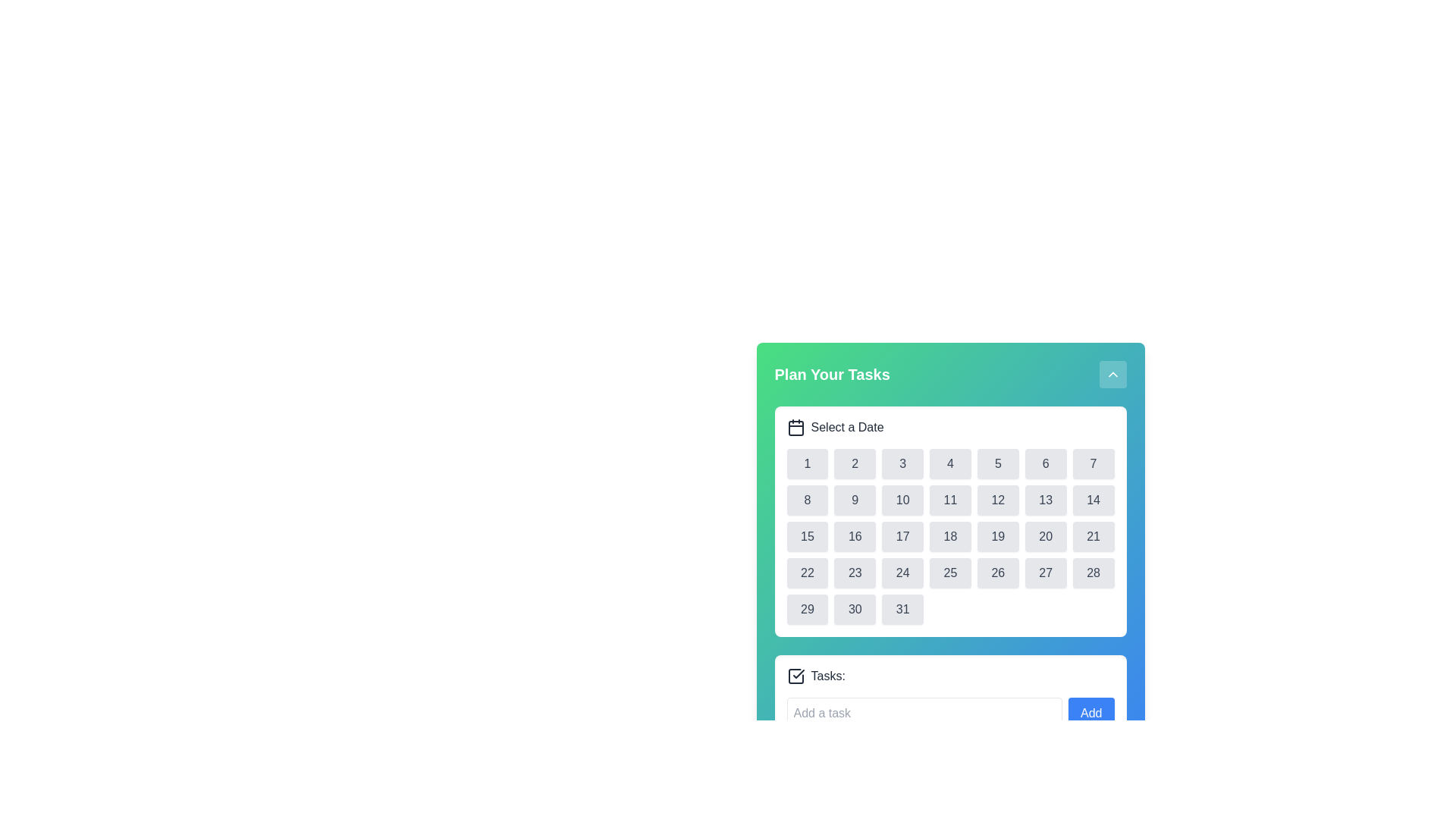  What do you see at coordinates (998, 500) in the screenshot?
I see `the rectangular button labeled '12' with dark gray text in the second row, fifth column of the grid layout` at bounding box center [998, 500].